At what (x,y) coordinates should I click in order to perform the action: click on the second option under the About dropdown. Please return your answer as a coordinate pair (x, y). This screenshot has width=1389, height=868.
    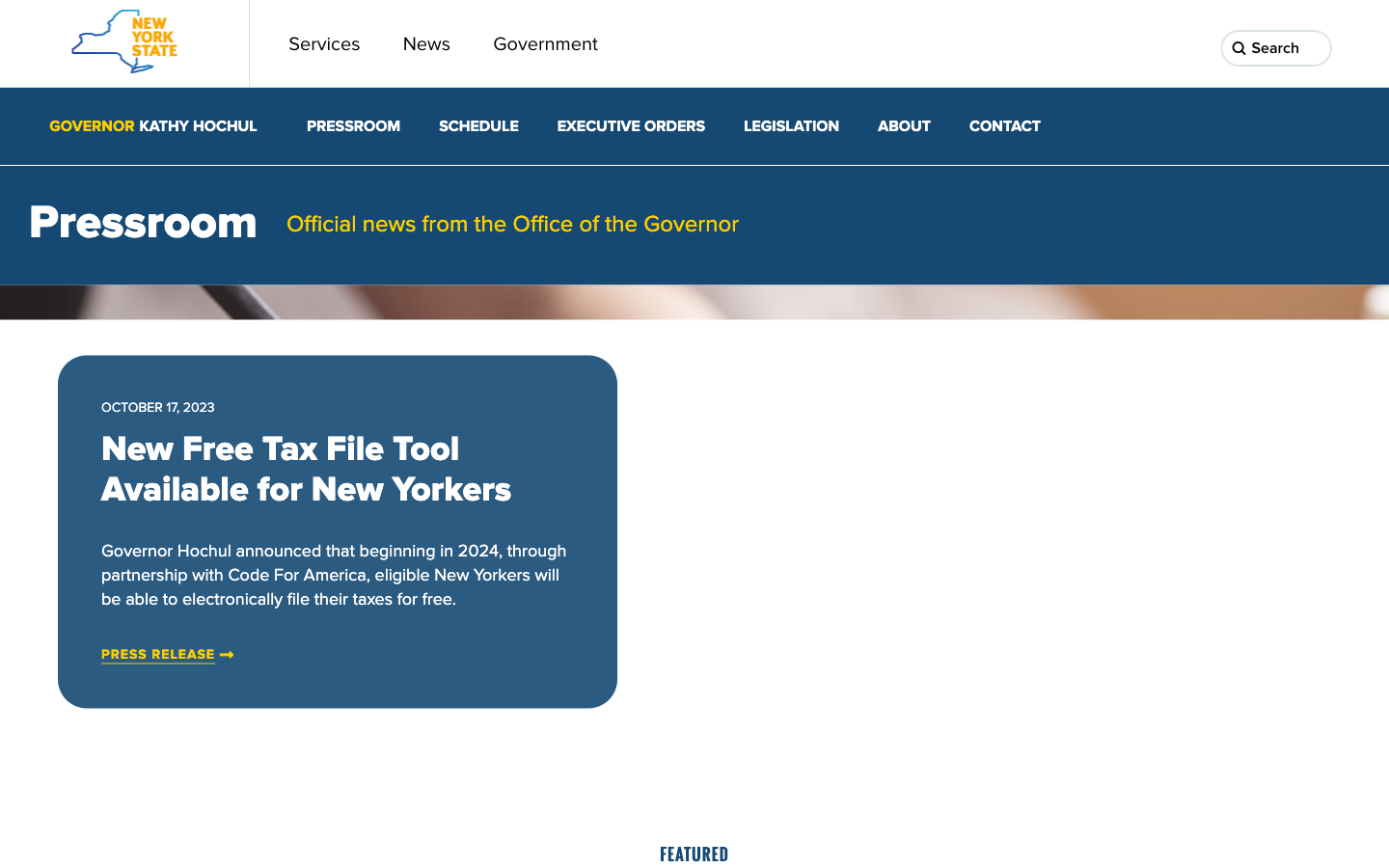
    Looking at the image, I should click on (904, 126).